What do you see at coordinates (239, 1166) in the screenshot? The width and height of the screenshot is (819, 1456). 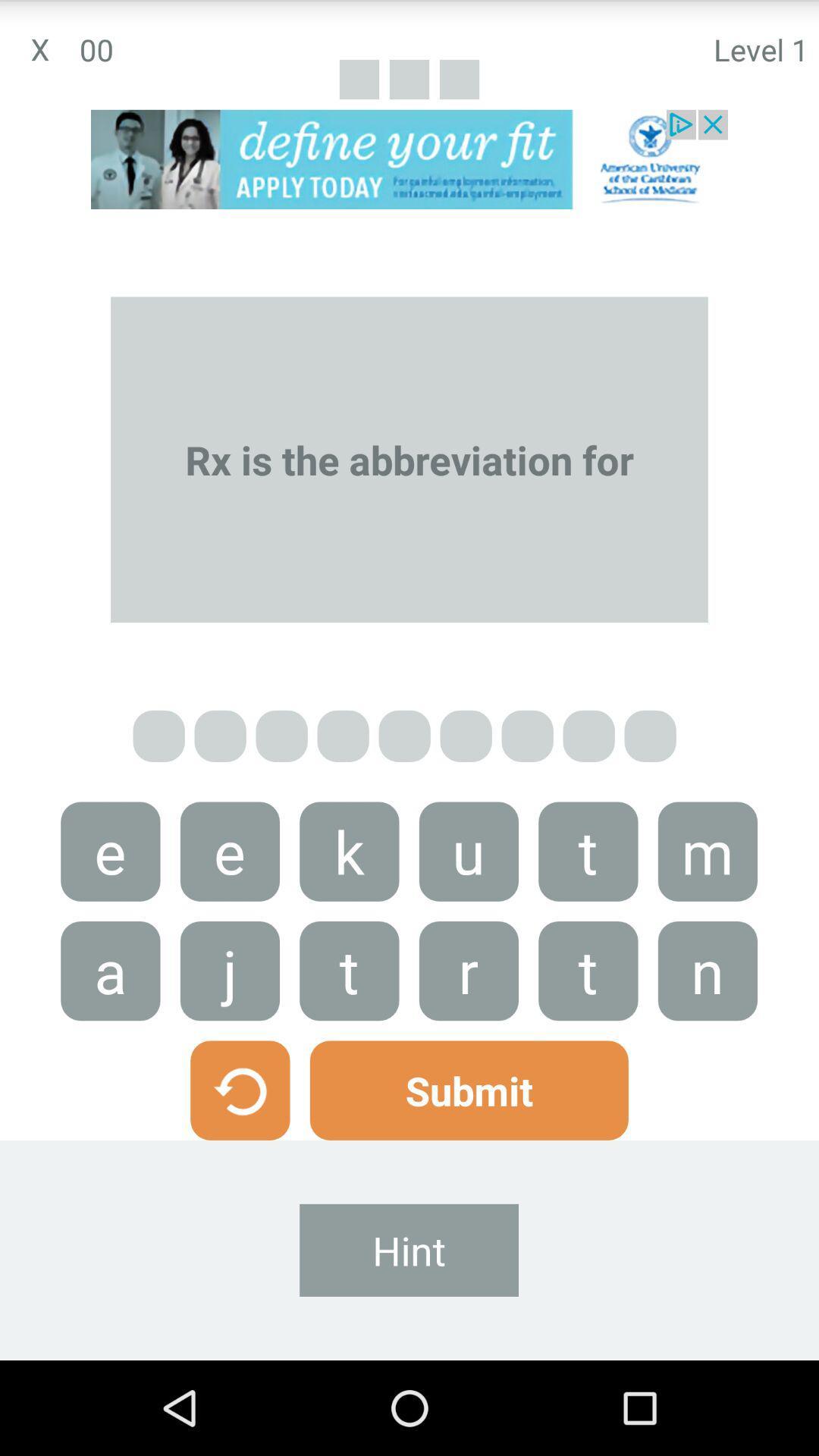 I see `the refresh icon` at bounding box center [239, 1166].